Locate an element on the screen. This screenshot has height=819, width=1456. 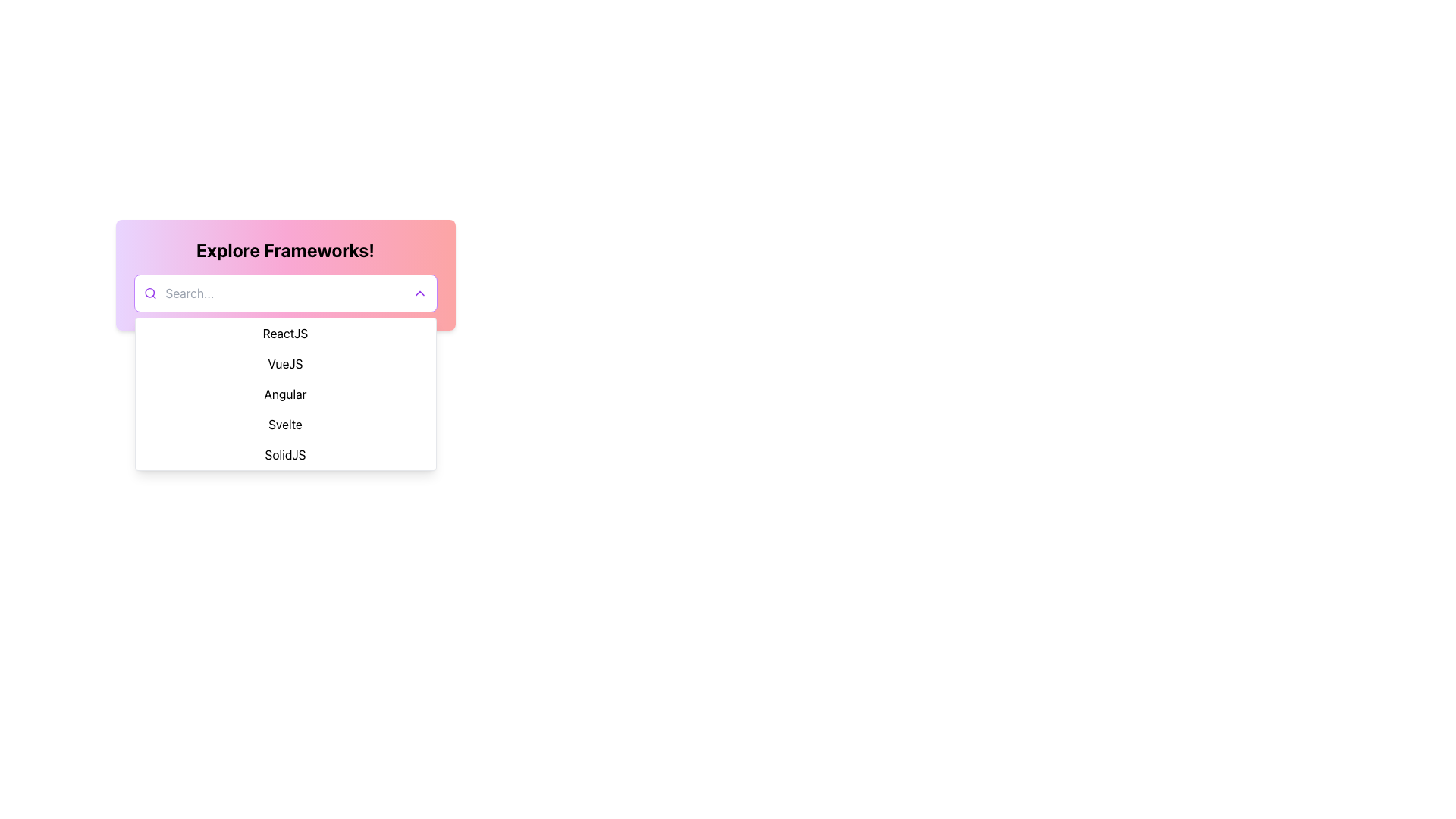
to select the 'VueJS' option from the menu list, which is the second item beneath 'ReactJS' is located at coordinates (285, 363).